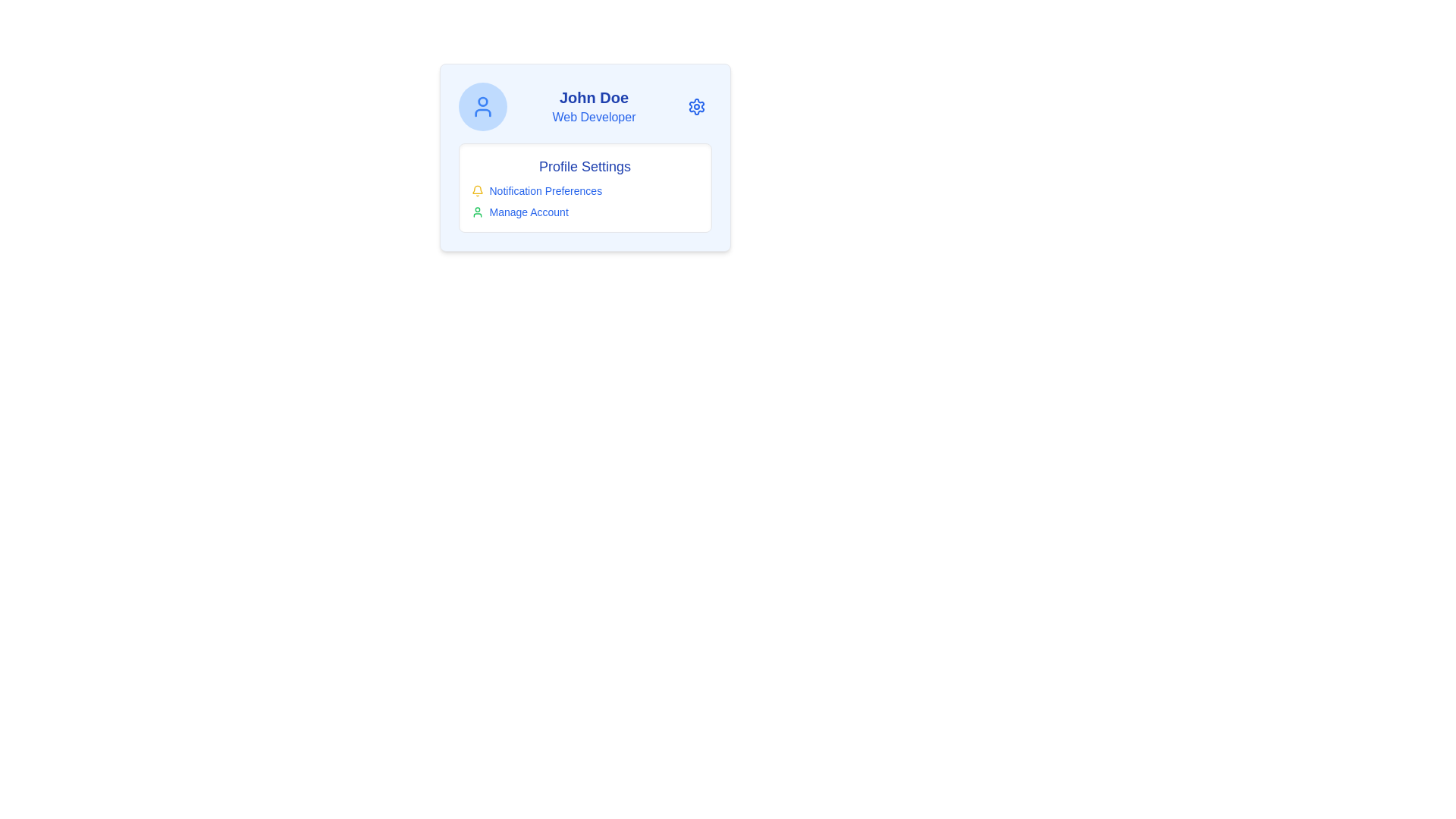  I want to click on the blue-colored avatar icon representing a user profile, which is located in the top-left corner of the card layout, above the 'John Doe' text label, so click(482, 106).